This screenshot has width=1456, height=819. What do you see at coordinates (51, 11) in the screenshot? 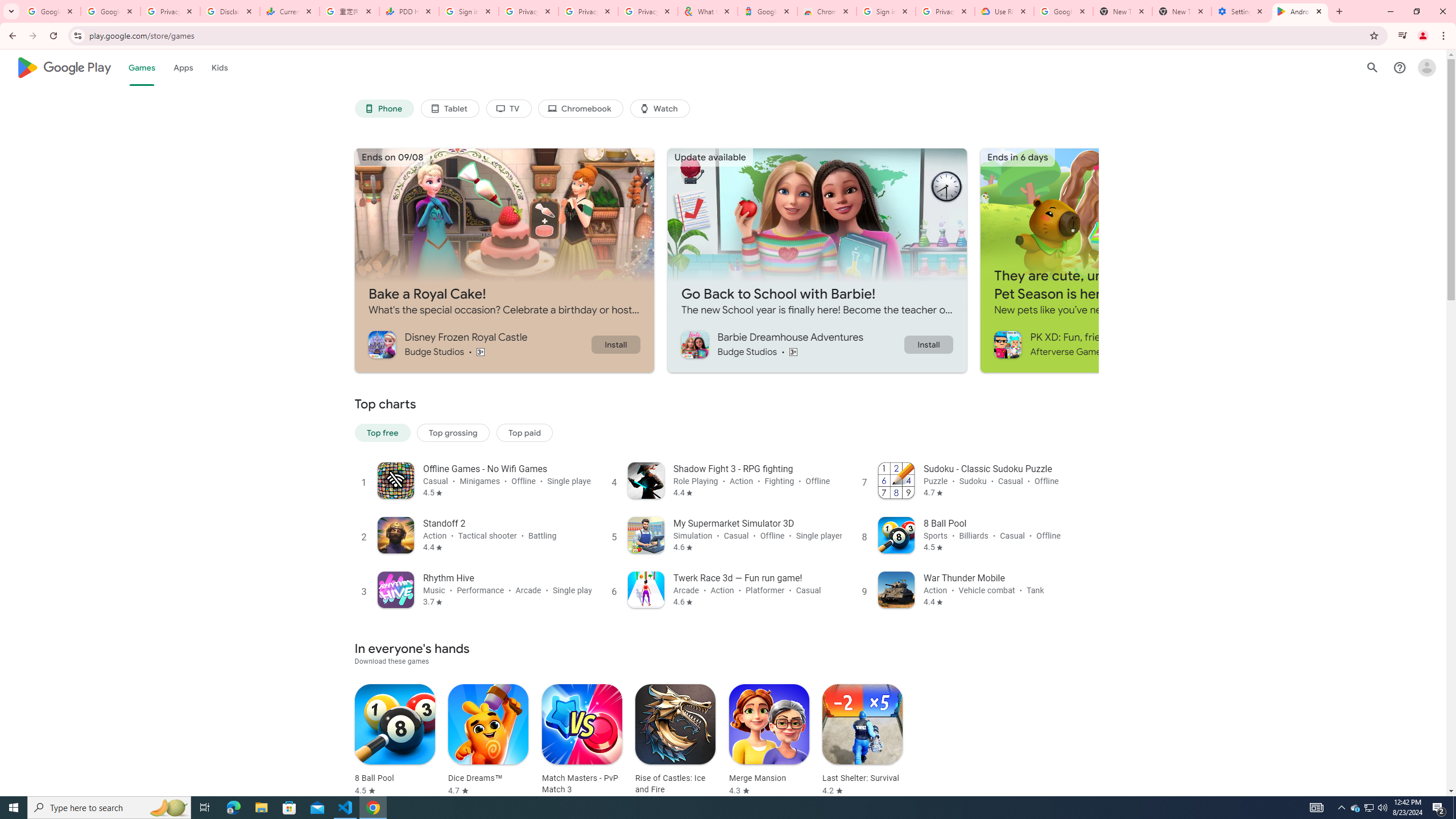
I see `'Google Workspace Admin Community'` at bounding box center [51, 11].